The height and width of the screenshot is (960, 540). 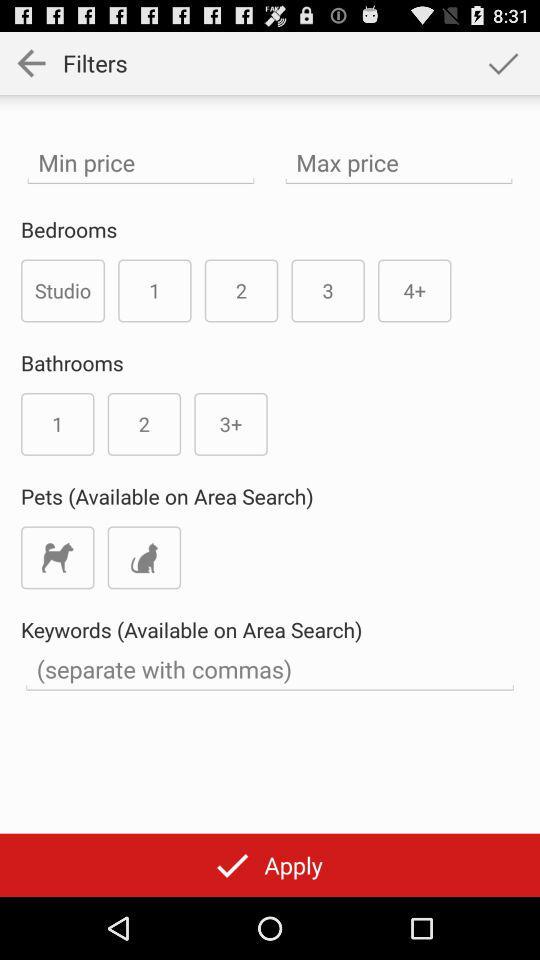 I want to click on the item next to filters icon, so click(x=502, y=62).